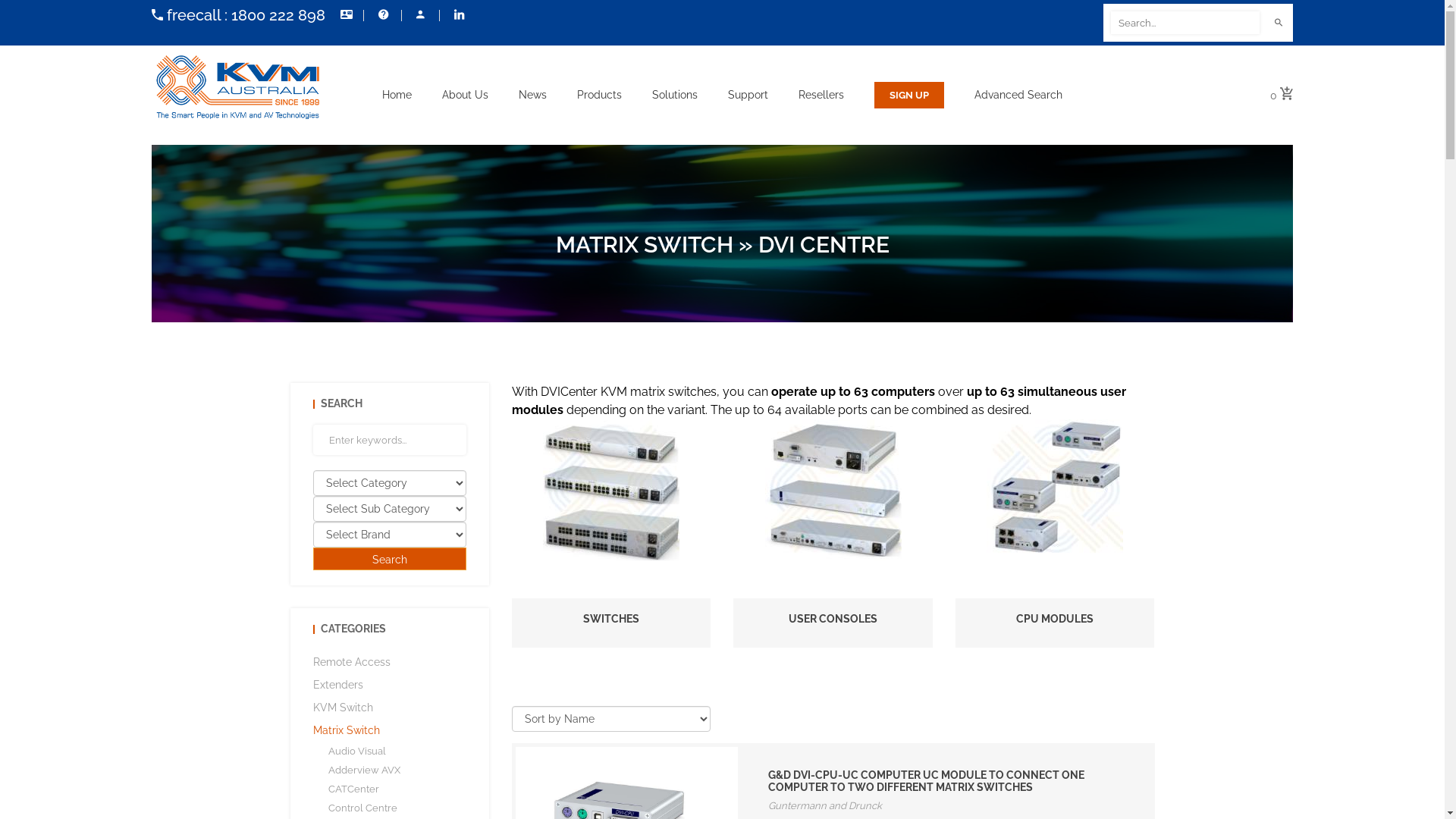  What do you see at coordinates (797, 93) in the screenshot?
I see `'Resellers'` at bounding box center [797, 93].